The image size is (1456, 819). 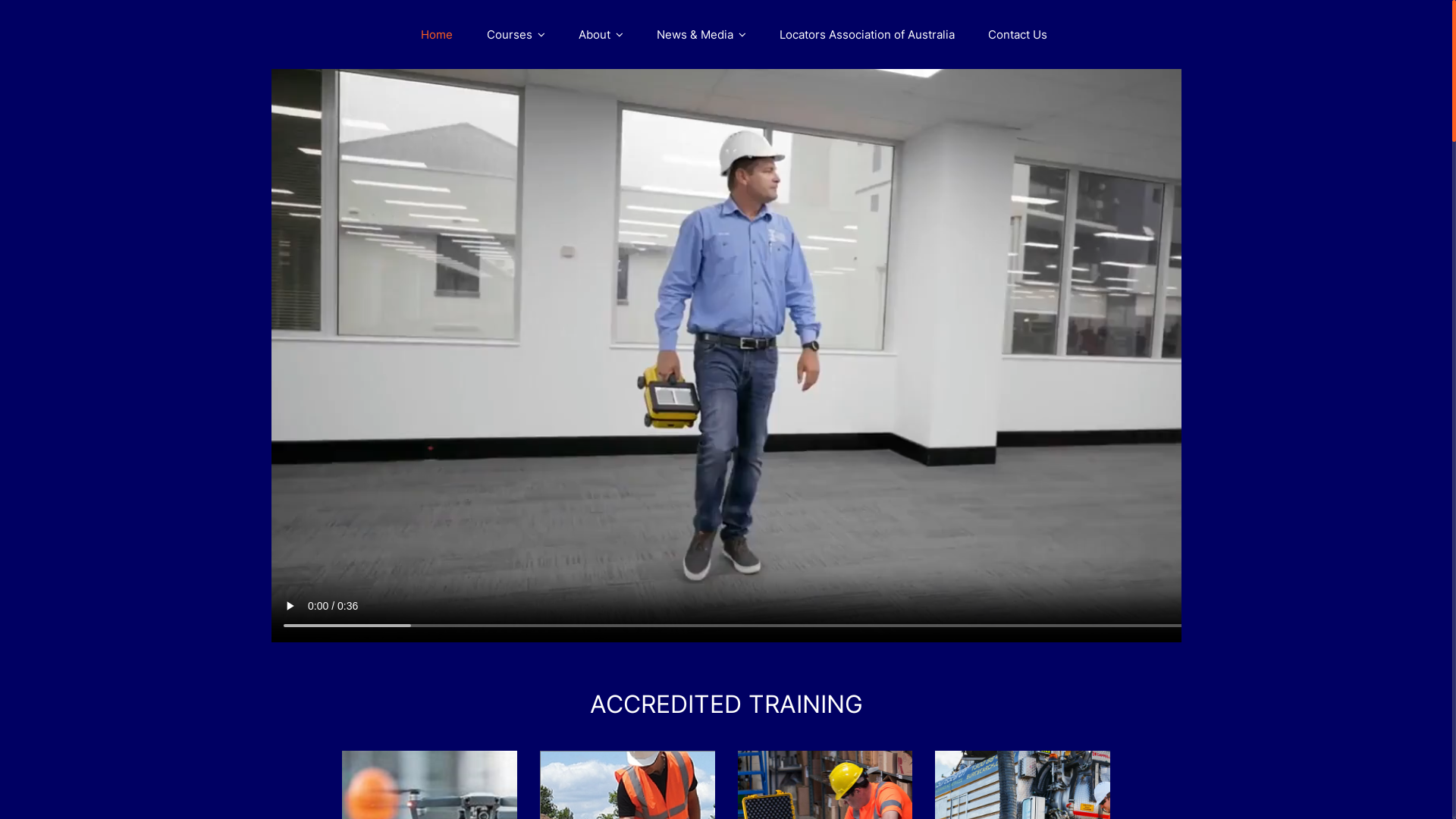 I want to click on 'Locators Association of Australia', so click(x=867, y=34).